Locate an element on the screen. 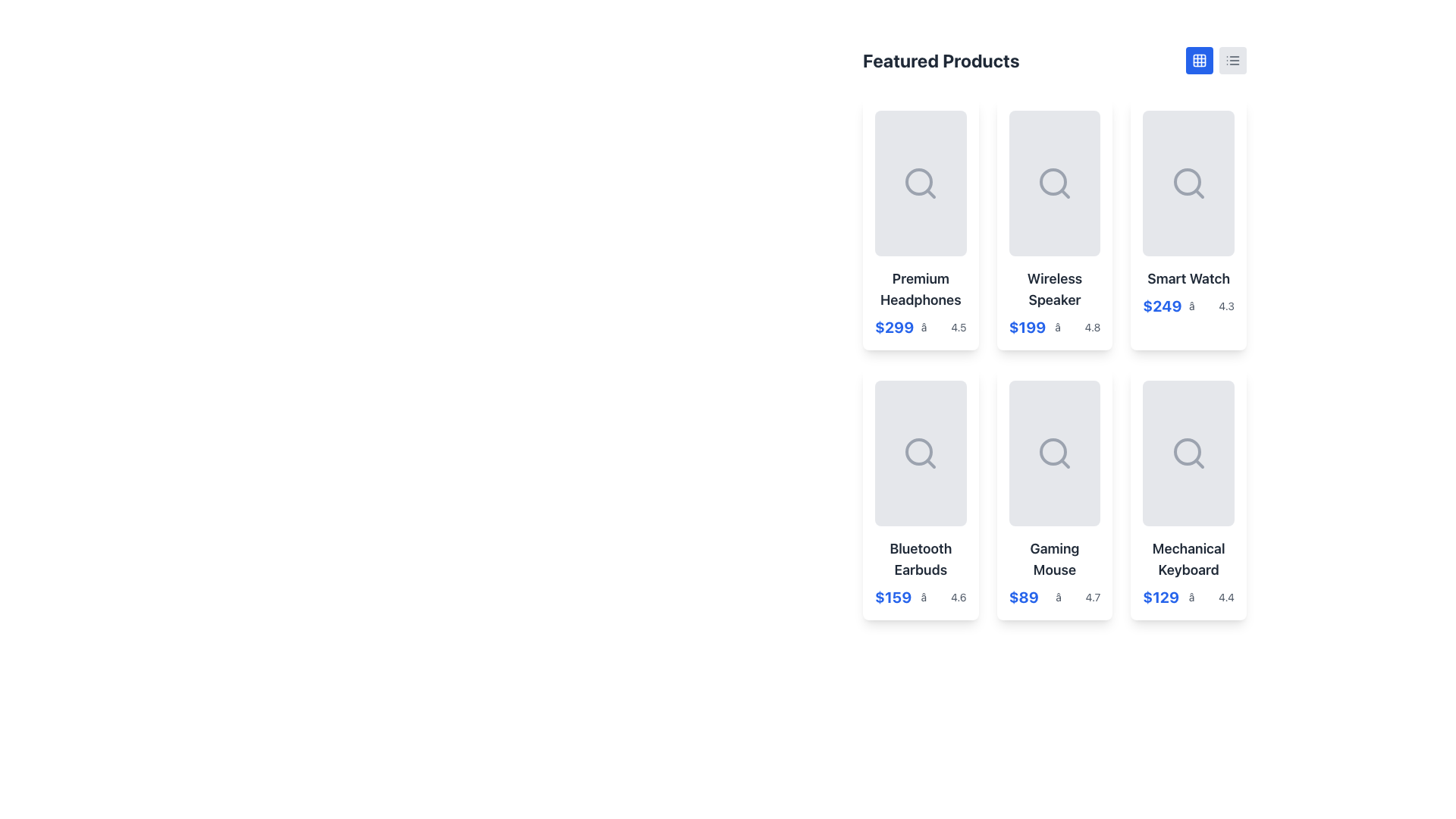 The image size is (1456, 819). the circular button with a white background and blue accent color located in the bottom right corner of the 'Mechanical Keyboard' product card is located at coordinates (1166, 494).